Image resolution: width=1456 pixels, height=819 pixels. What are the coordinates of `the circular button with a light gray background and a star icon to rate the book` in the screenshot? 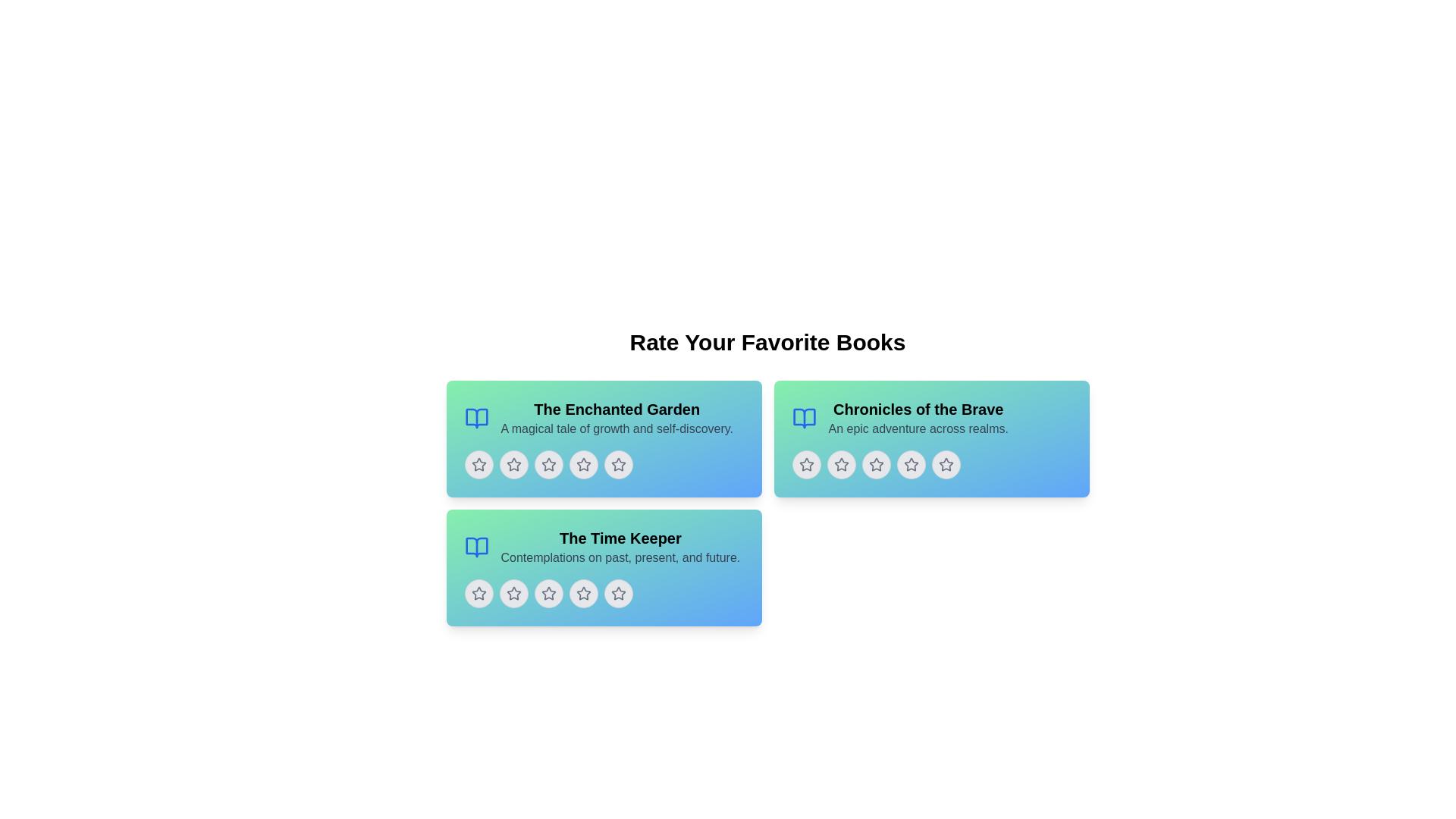 It's located at (618, 593).